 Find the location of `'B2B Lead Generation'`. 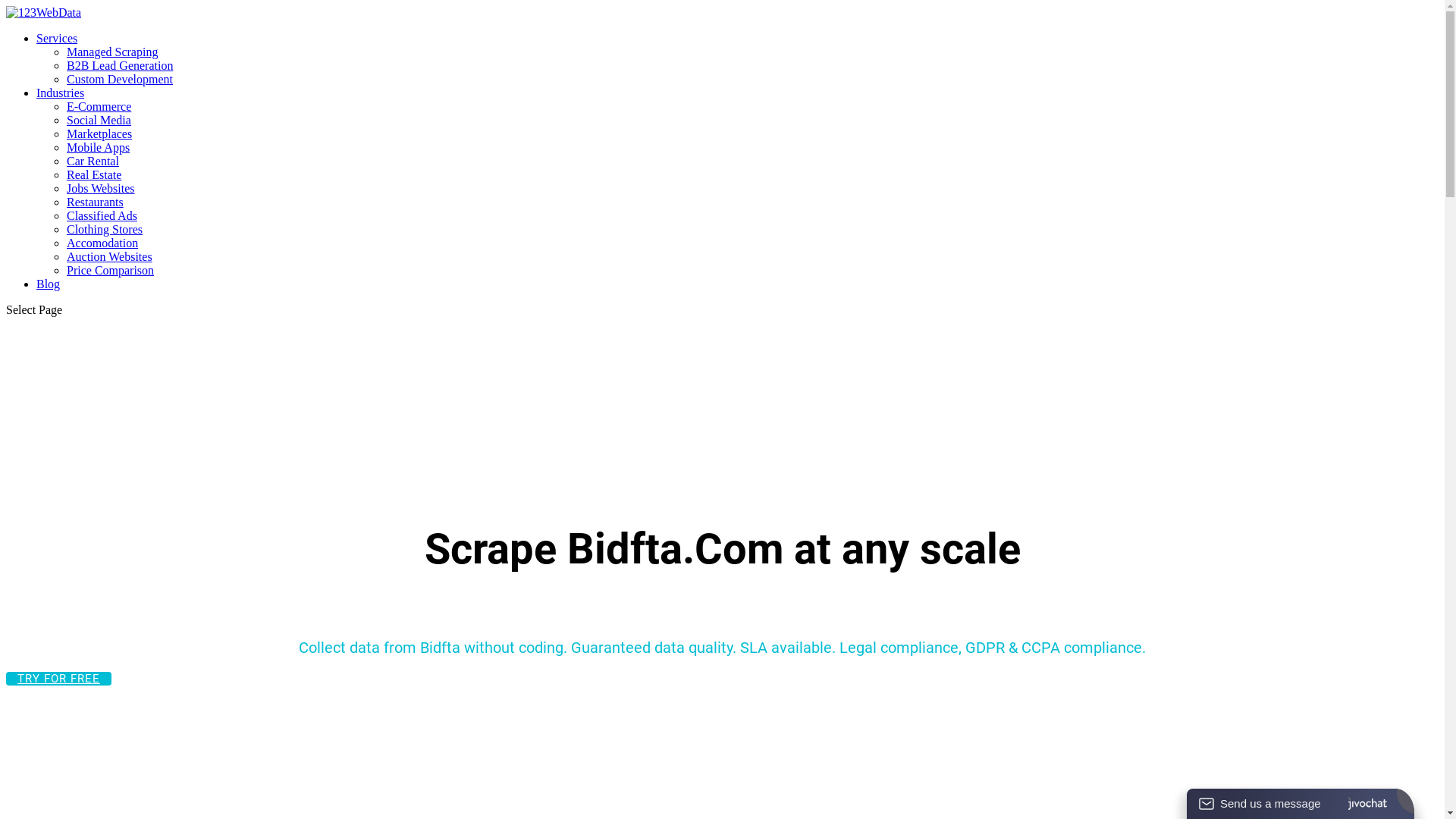

'B2B Lead Generation' is located at coordinates (119, 64).